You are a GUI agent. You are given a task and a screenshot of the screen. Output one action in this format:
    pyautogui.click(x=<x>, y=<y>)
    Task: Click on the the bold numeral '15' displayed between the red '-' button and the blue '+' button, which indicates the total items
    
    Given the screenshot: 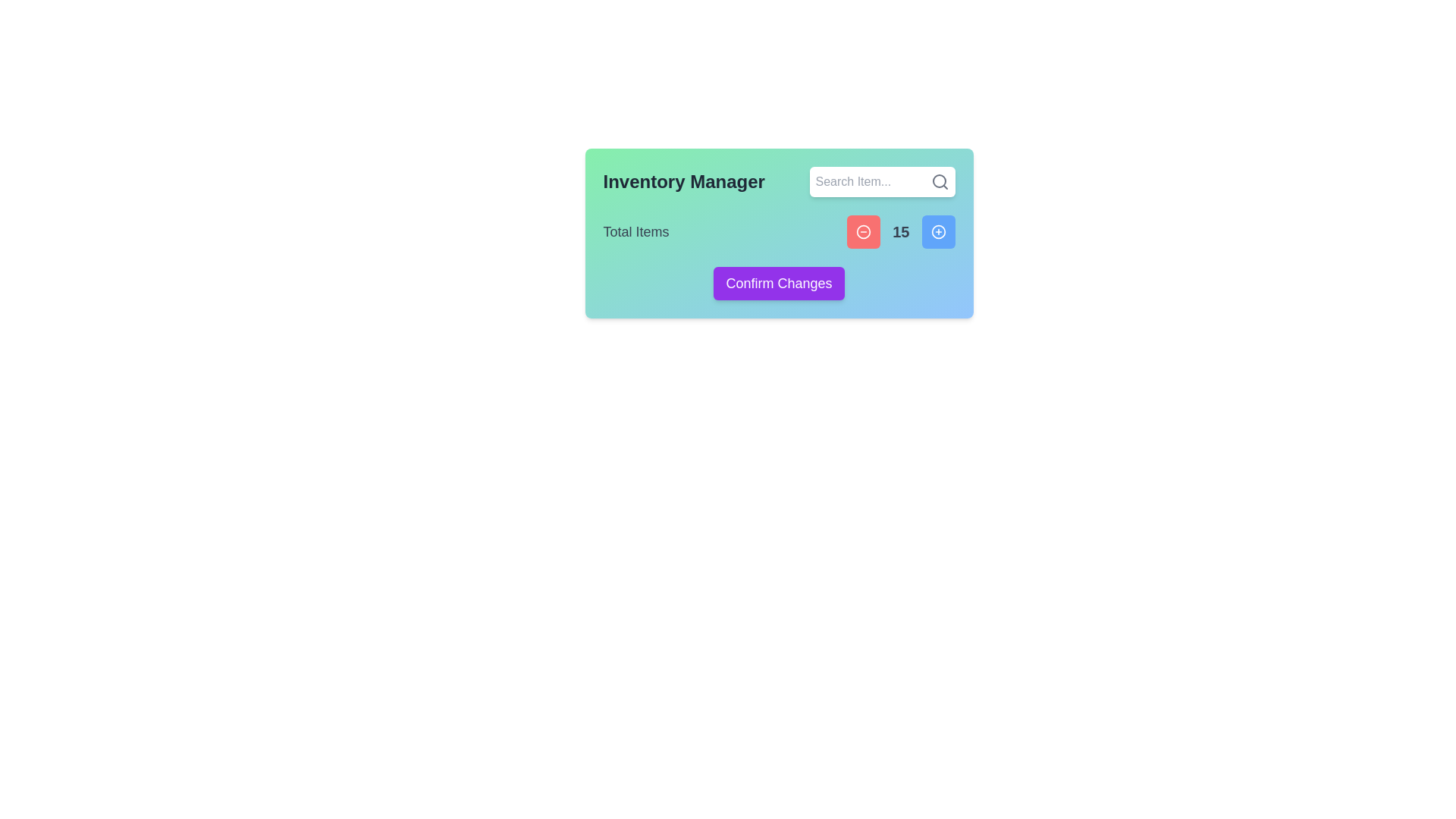 What is the action you would take?
    pyautogui.click(x=901, y=231)
    